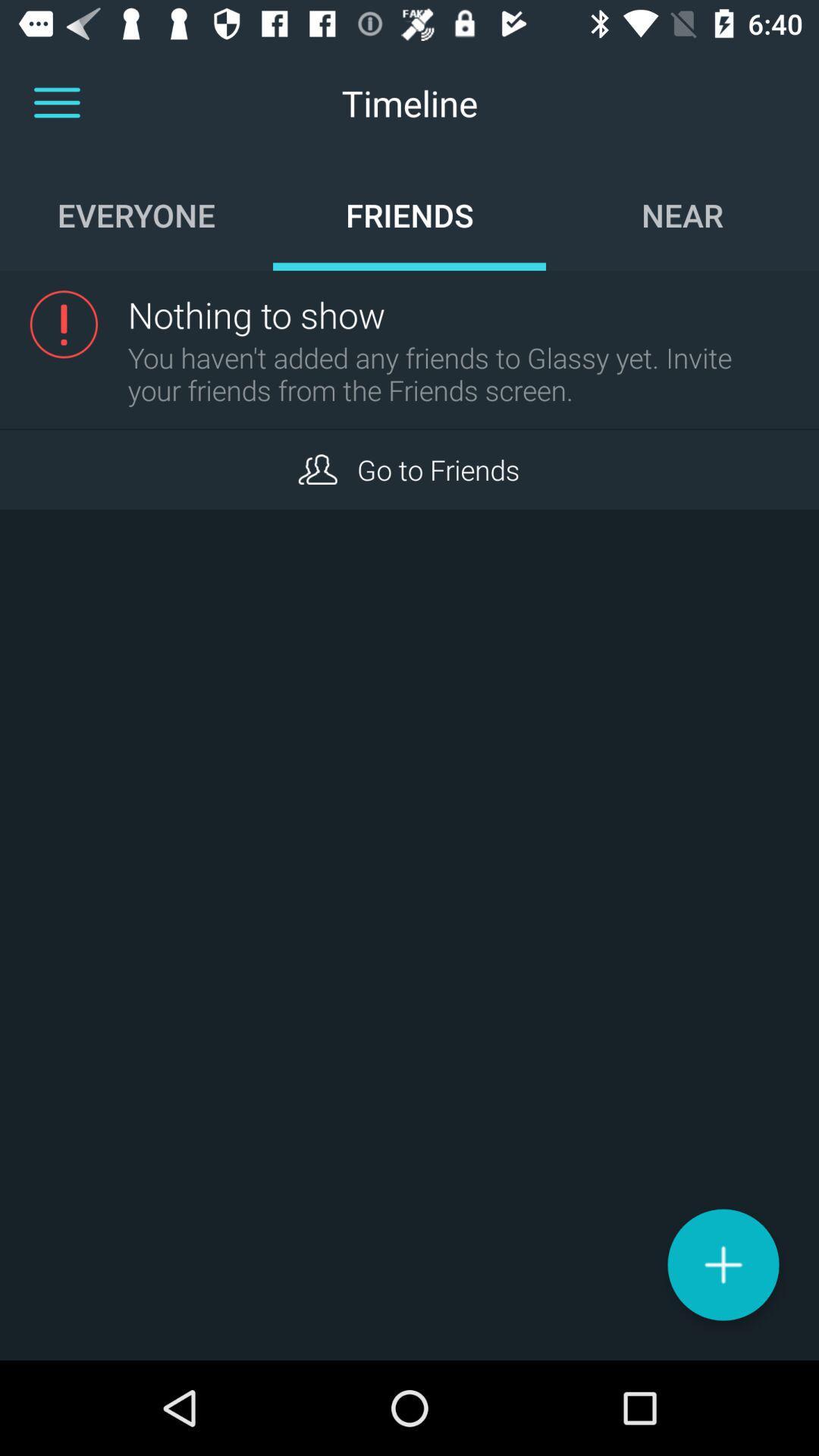 The width and height of the screenshot is (819, 1456). I want to click on different sections, so click(56, 102).